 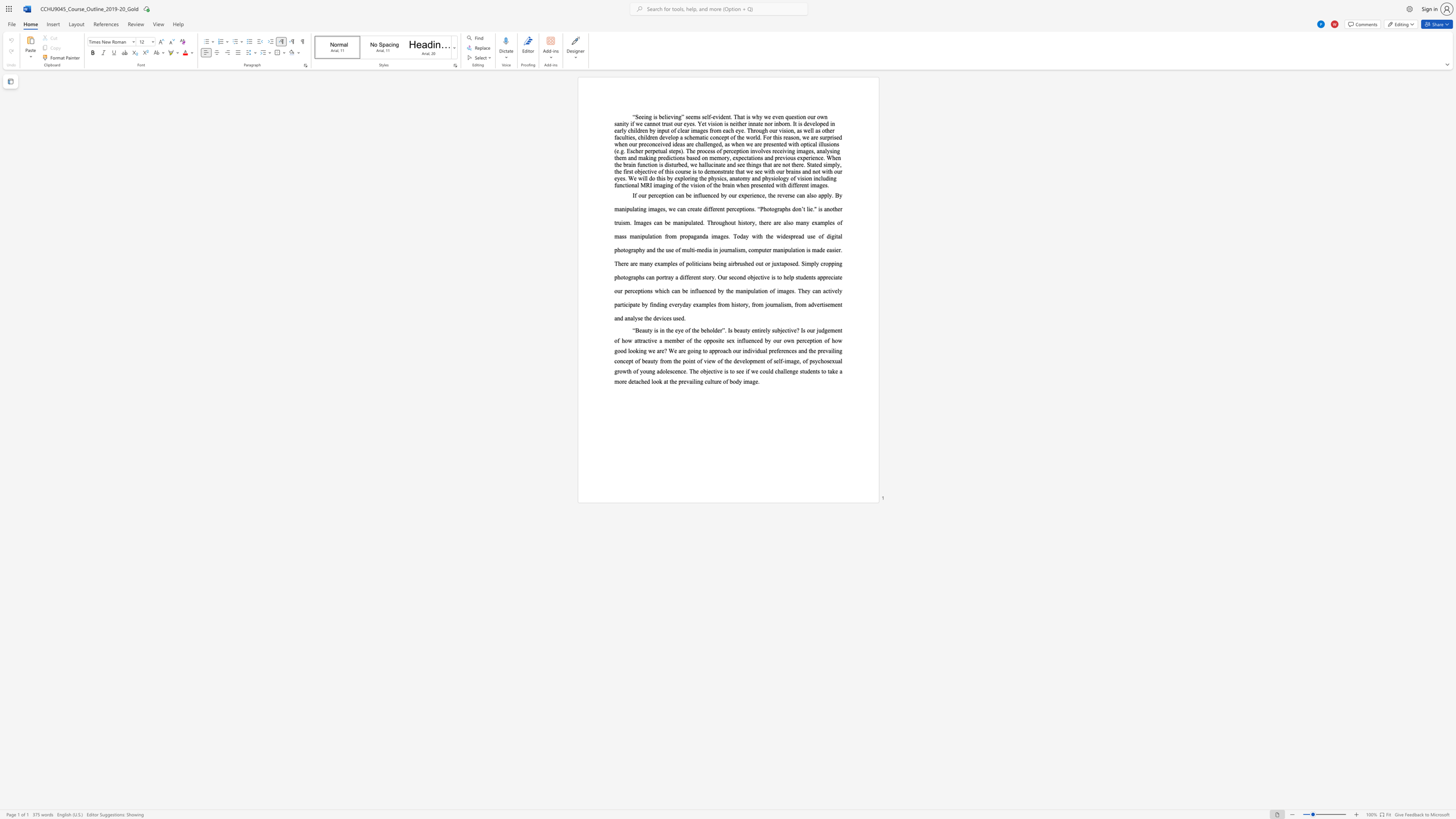 I want to click on the subset text "reciate our perceptions which can be in" within the text "osed. Simply cropping photographs can portray a different story. Our second objective is to help students appreciate our perceptions which can be influenced by the manipulation of images. They can actively participate by finding everyday examples from history, from journalism, from advertisement and analyse the devices used.", so click(x=825, y=277).